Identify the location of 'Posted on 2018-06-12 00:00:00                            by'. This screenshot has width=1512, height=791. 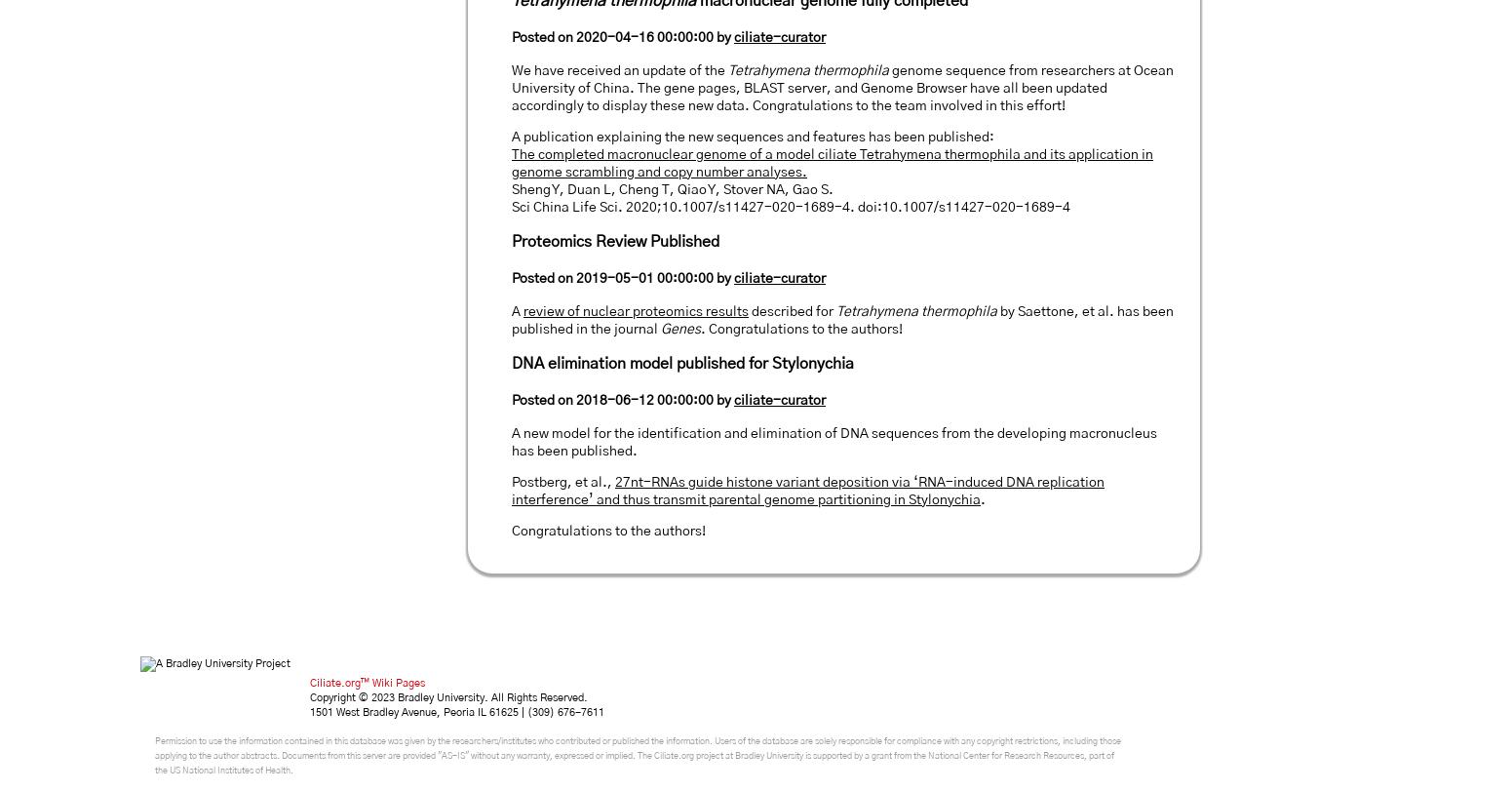
(623, 398).